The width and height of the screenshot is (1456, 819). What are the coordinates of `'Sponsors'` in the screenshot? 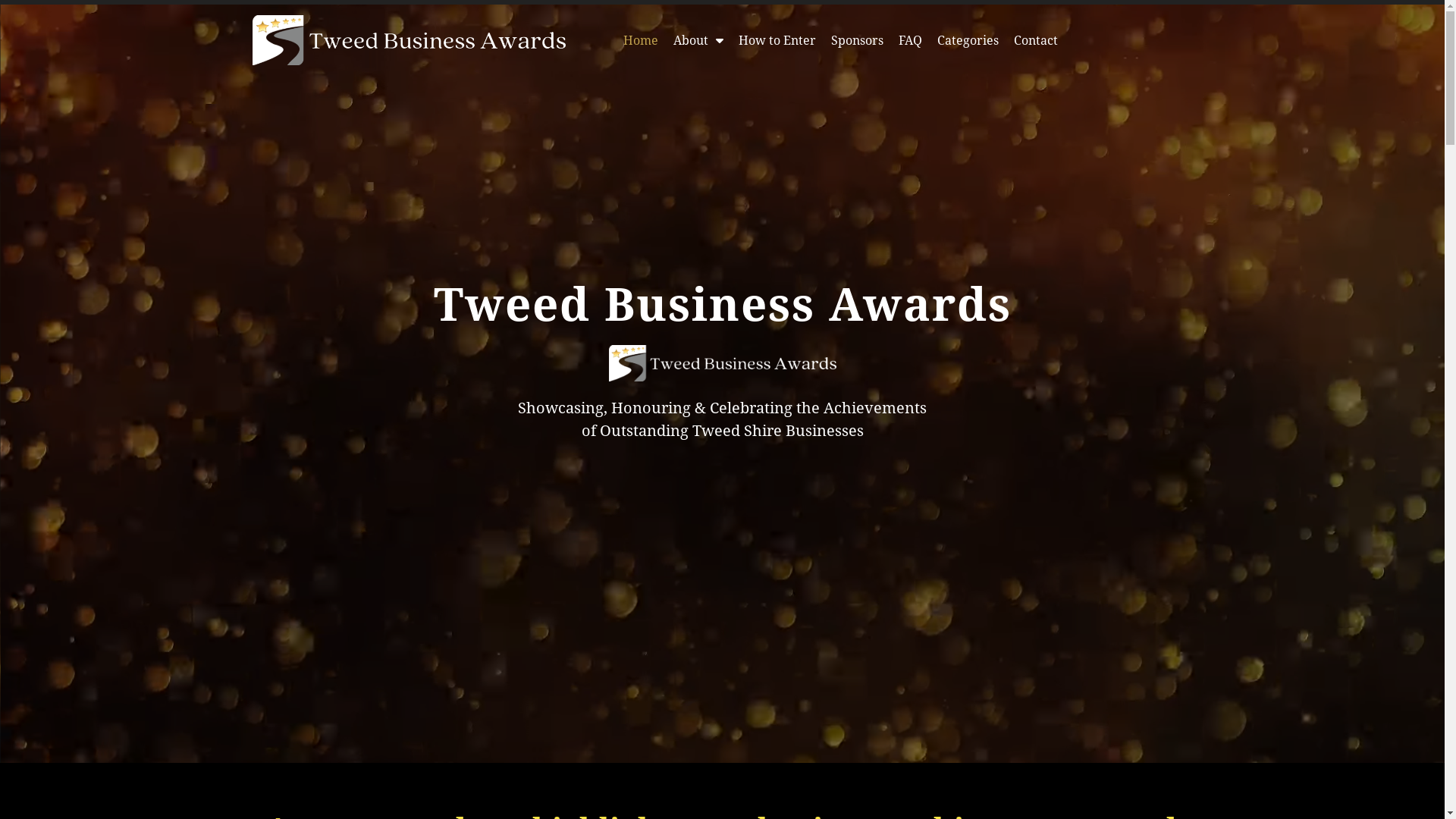 It's located at (830, 39).